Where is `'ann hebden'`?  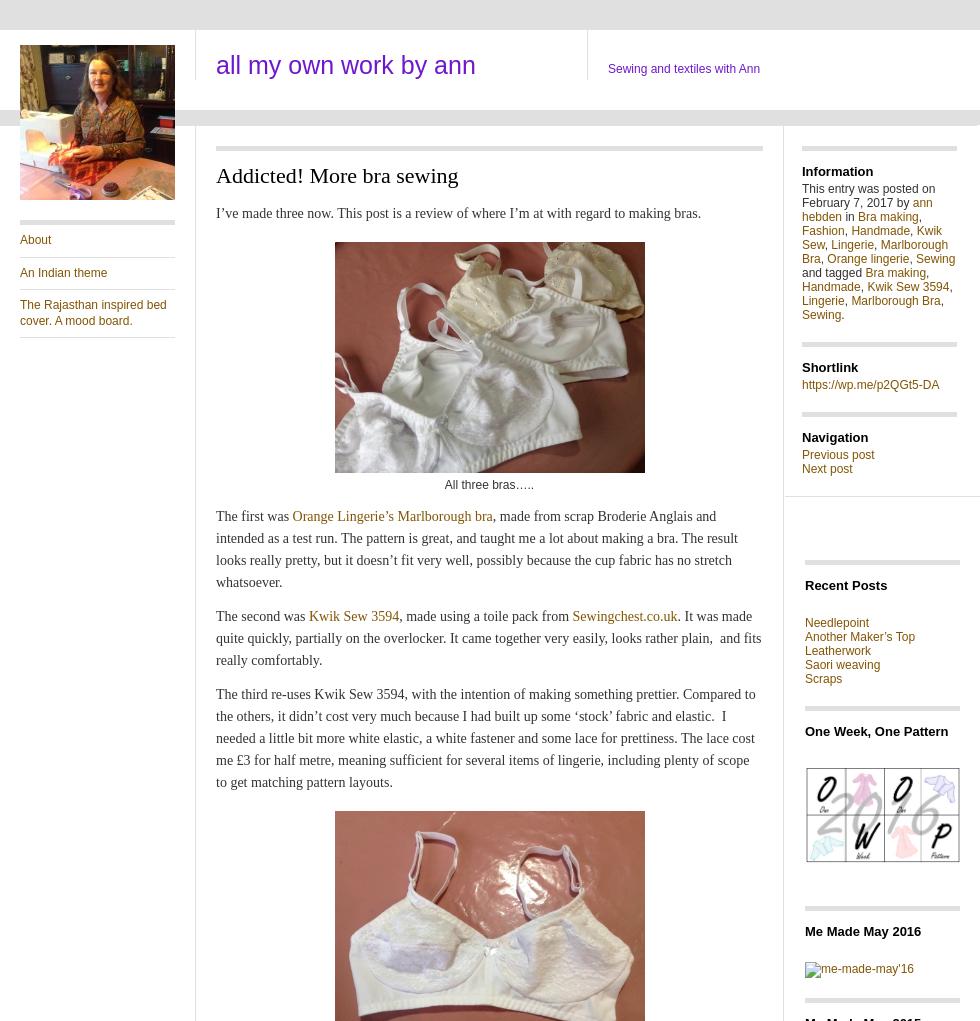
'ann hebden' is located at coordinates (867, 210).